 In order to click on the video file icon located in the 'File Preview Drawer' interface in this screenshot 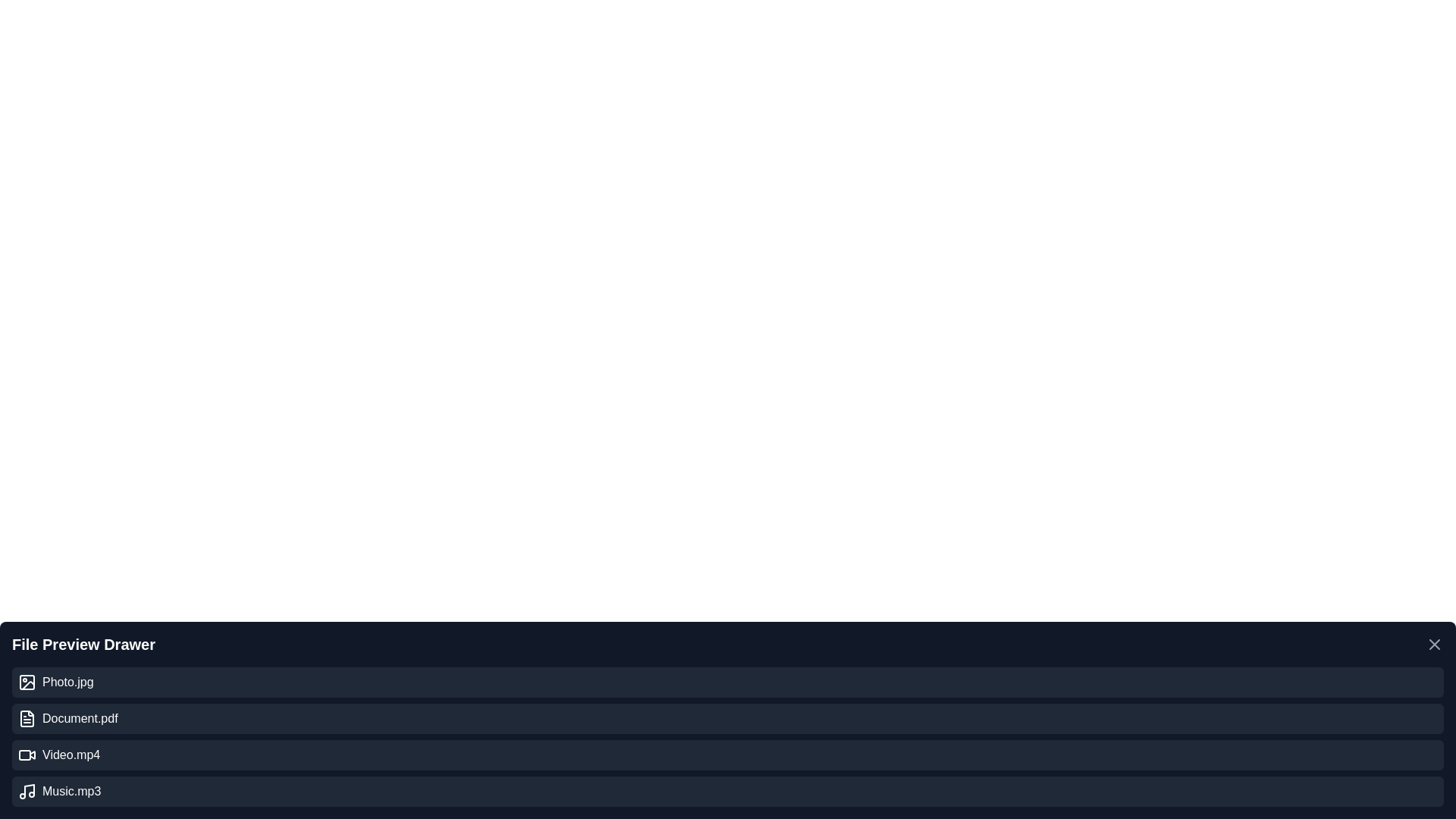, I will do `click(27, 755)`.